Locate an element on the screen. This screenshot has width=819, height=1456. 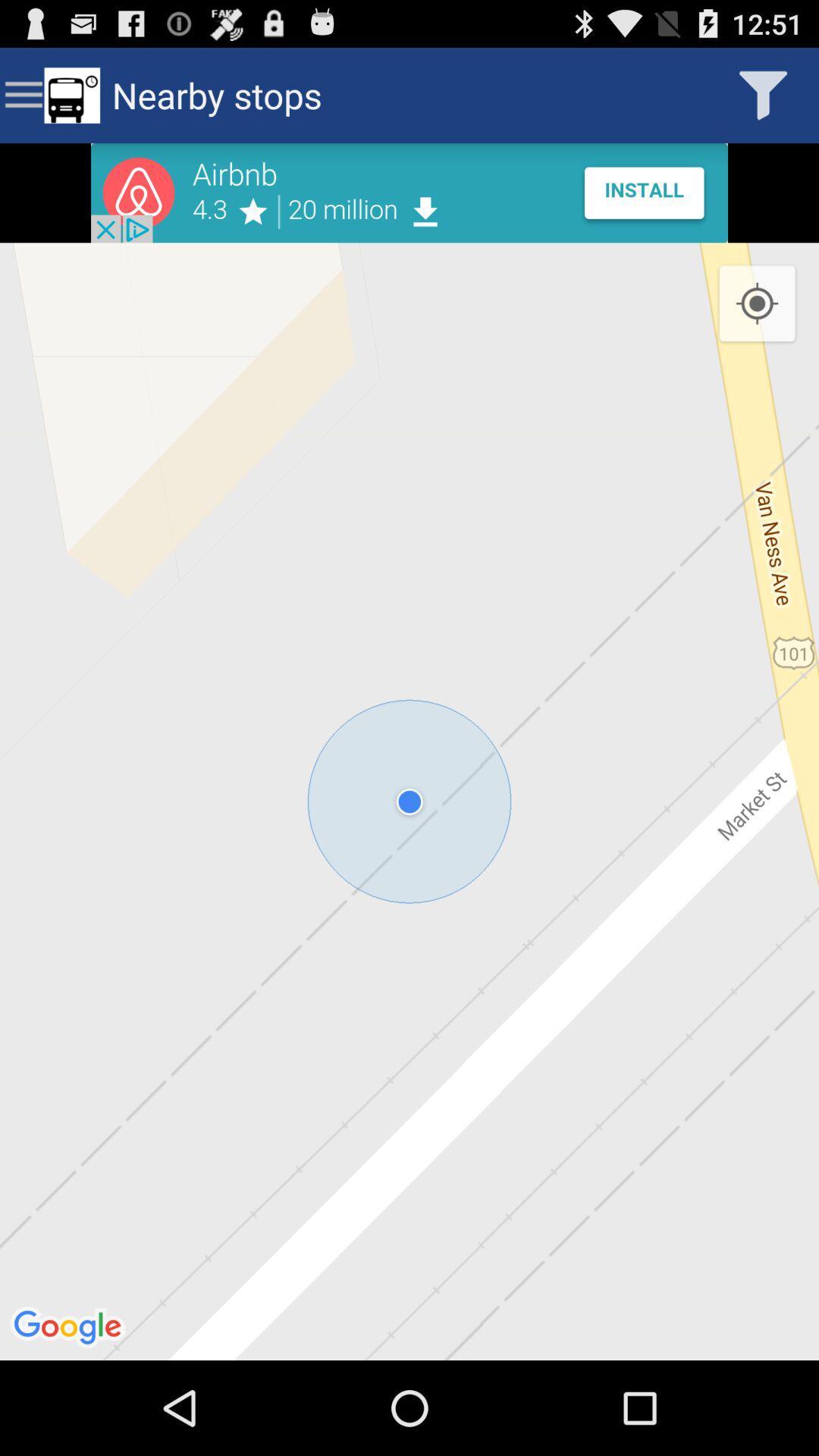
advertisement is located at coordinates (409, 192).